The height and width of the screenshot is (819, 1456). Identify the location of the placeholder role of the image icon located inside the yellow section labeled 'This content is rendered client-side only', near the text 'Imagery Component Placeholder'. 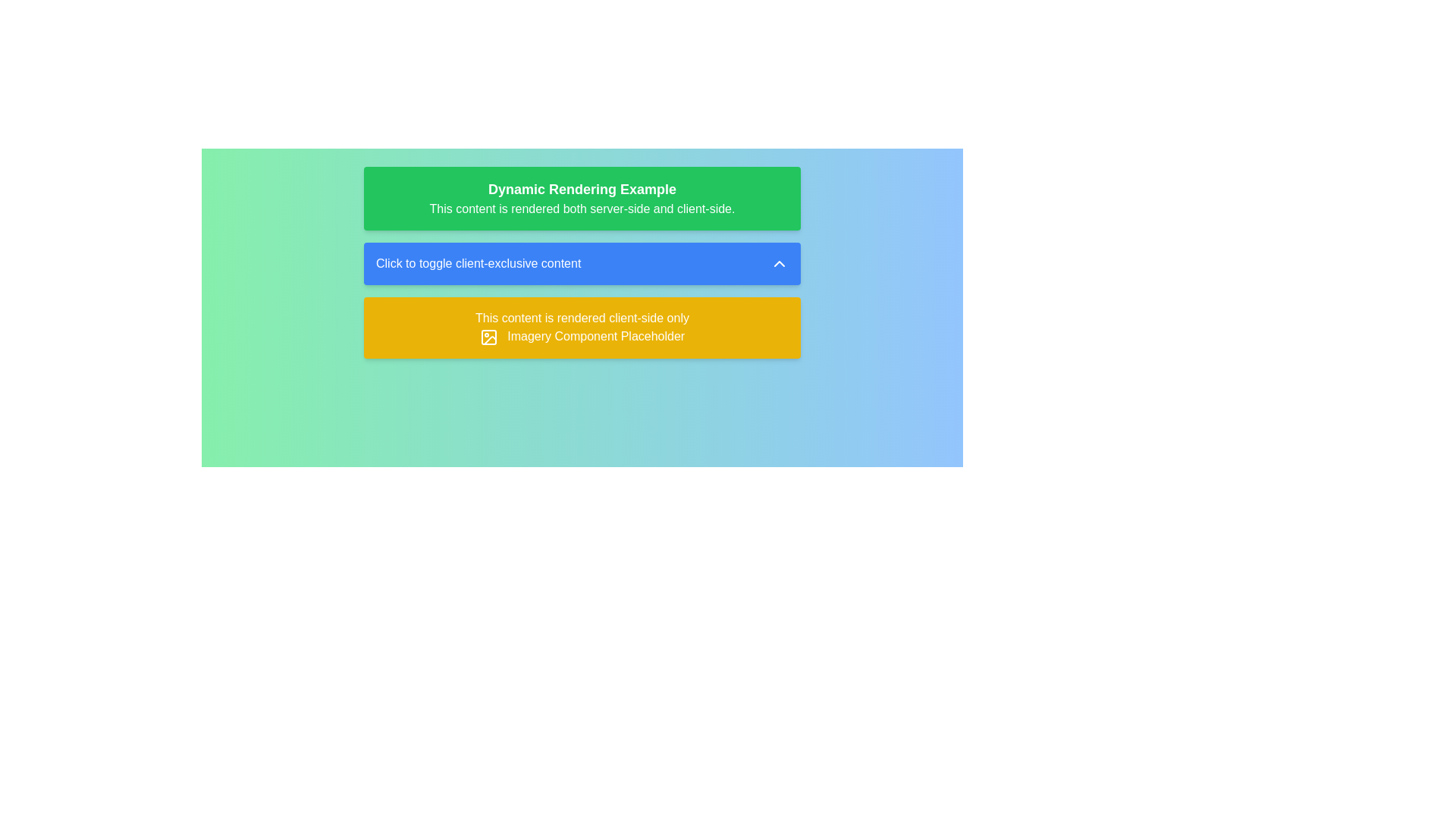
(488, 336).